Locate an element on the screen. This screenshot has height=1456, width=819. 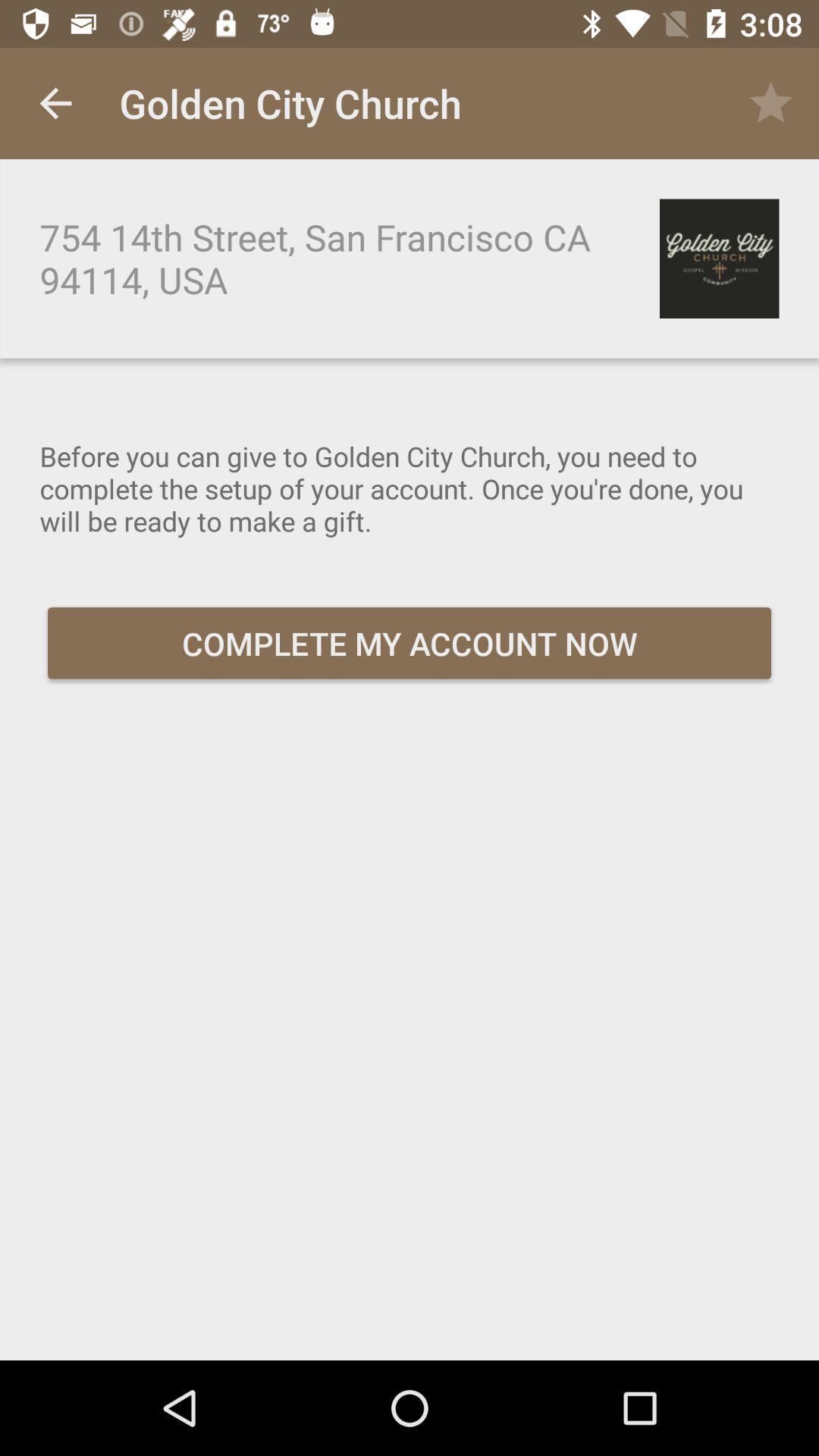
the icon to the left of the golden city church is located at coordinates (55, 102).